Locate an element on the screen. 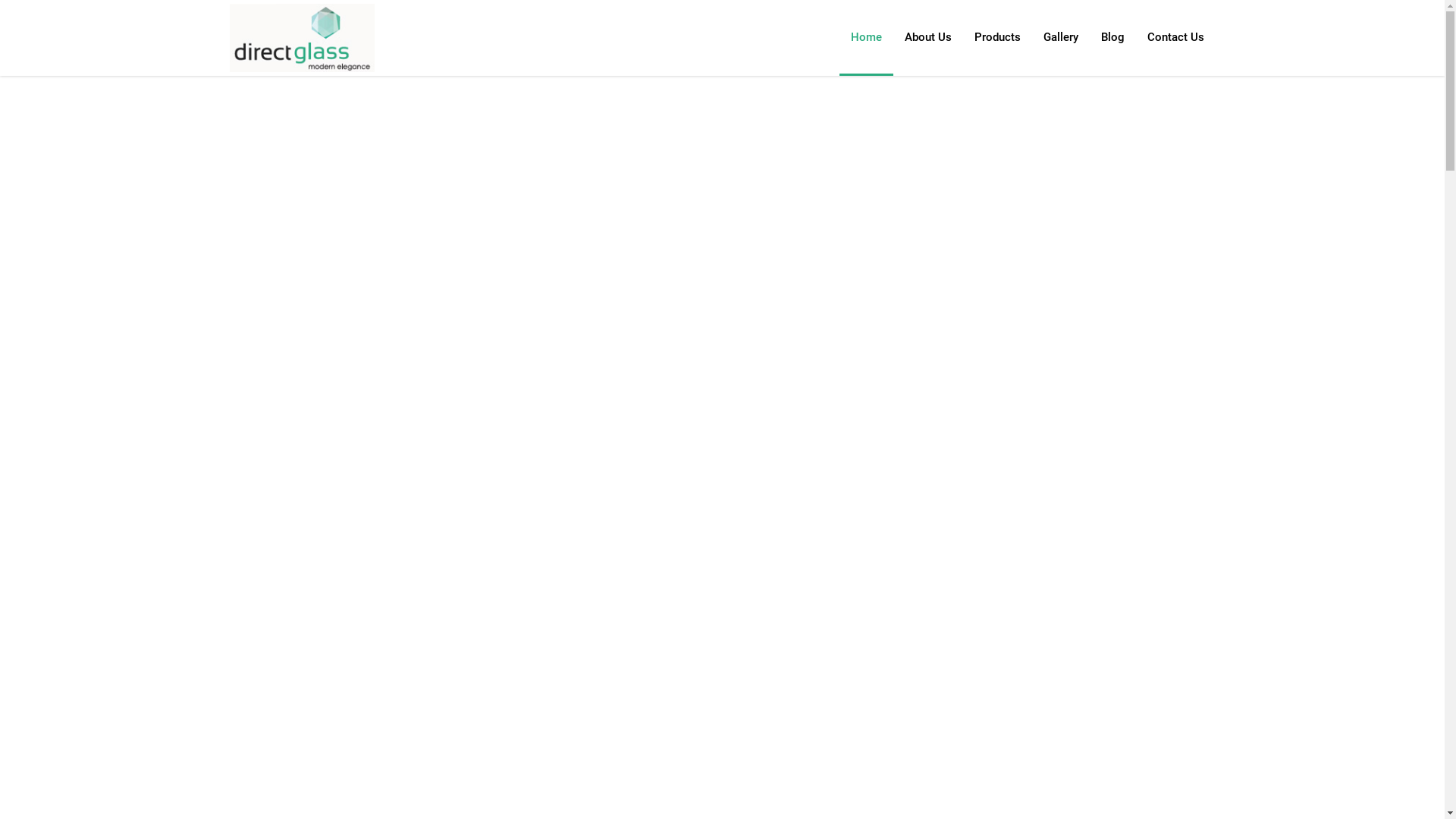 The height and width of the screenshot is (819, 1456). 'Blog' is located at coordinates (1112, 37).